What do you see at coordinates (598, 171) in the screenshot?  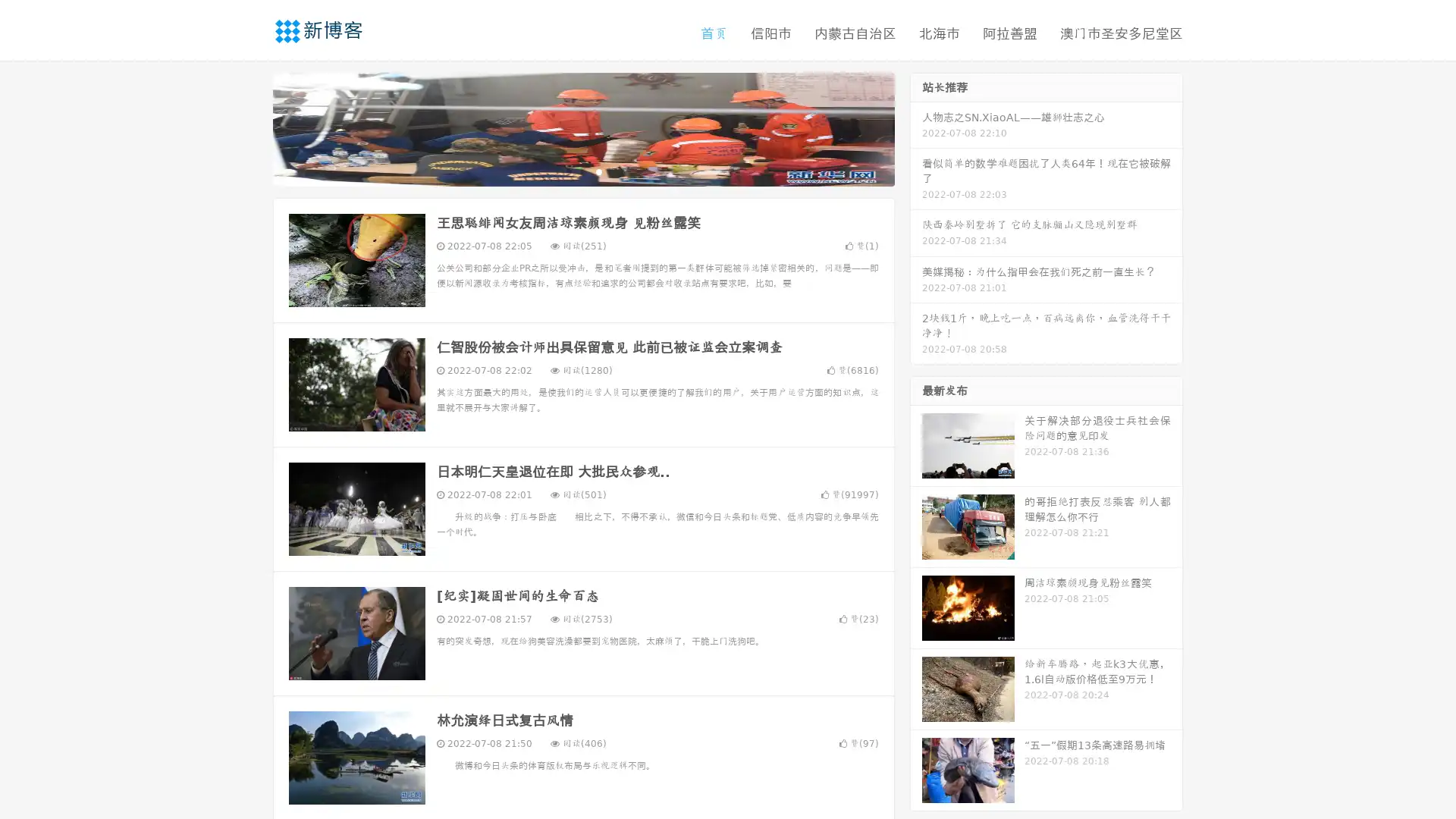 I see `Go to slide 3` at bounding box center [598, 171].